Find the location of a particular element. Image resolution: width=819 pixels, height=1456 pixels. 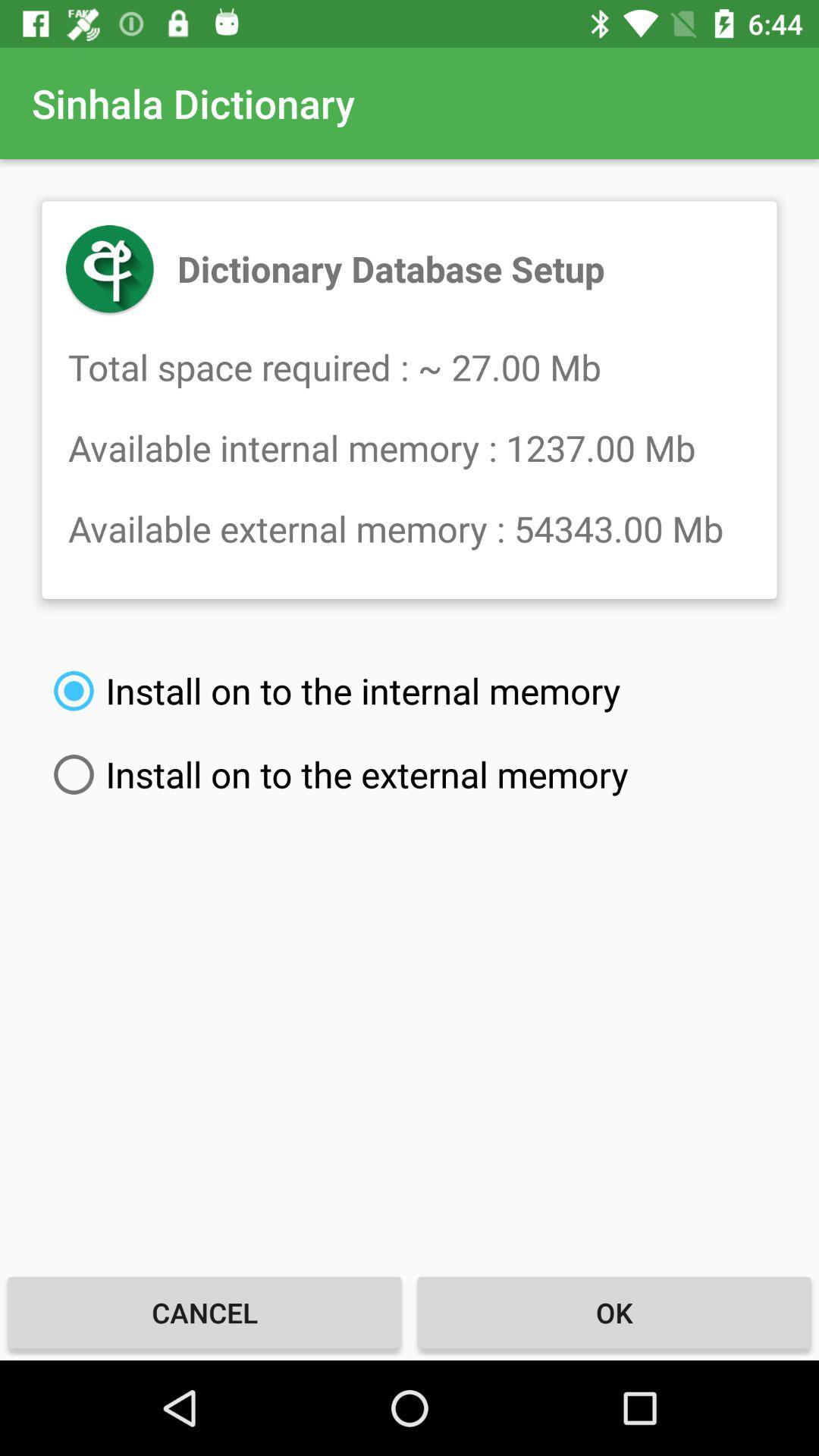

icon at the bottom right corner is located at coordinates (614, 1312).